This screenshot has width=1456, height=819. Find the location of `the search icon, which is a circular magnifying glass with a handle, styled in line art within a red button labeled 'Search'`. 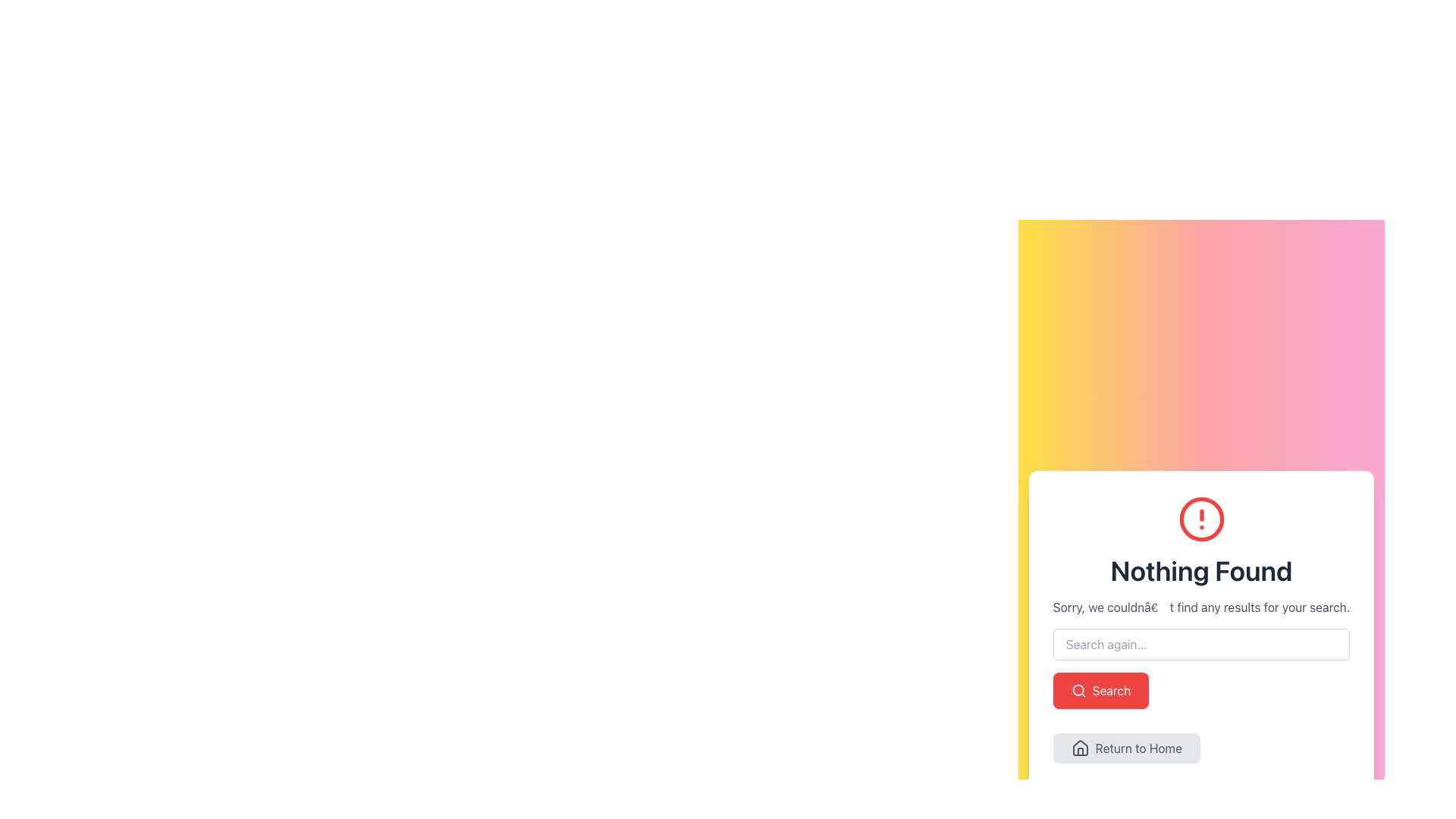

the search icon, which is a circular magnifying glass with a handle, styled in line art within a red button labeled 'Search' is located at coordinates (1078, 690).